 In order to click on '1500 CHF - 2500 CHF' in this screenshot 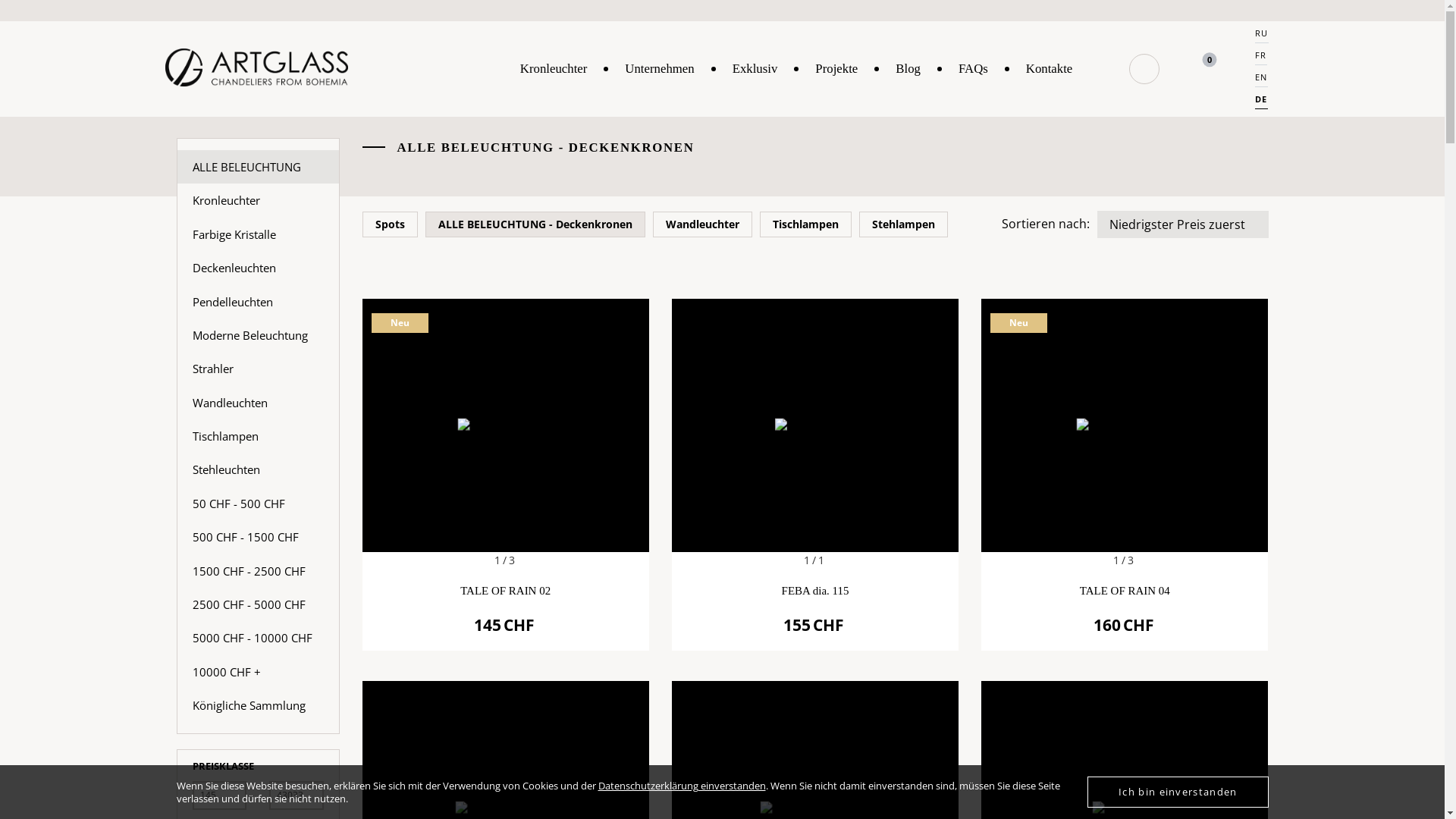, I will do `click(258, 570)`.